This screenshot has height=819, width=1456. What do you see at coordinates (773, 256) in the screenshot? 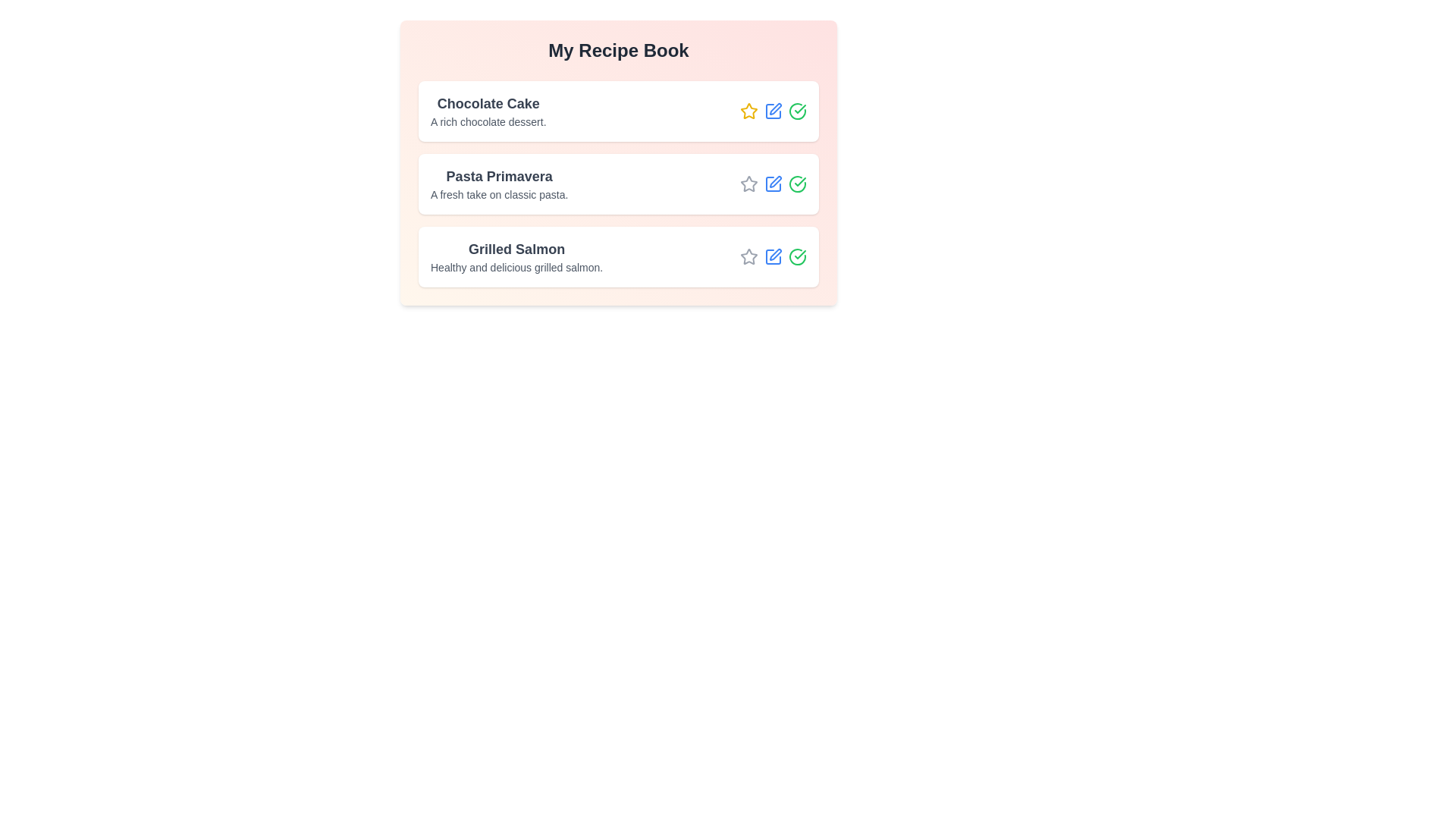
I see `edit icon for the recipe titled Grilled Salmon` at bounding box center [773, 256].